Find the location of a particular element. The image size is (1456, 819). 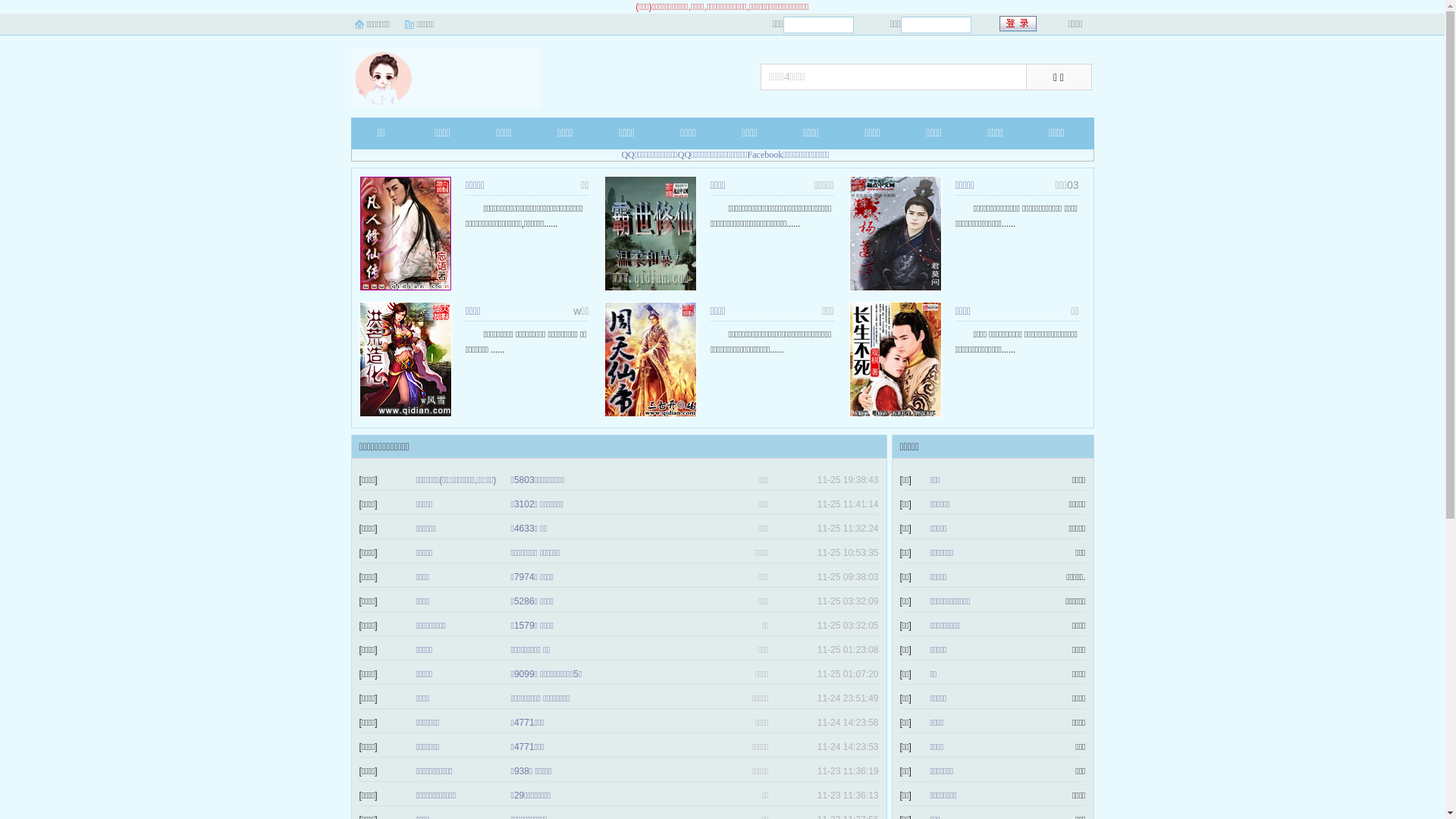

'Facebook' is located at coordinates (765, 155).